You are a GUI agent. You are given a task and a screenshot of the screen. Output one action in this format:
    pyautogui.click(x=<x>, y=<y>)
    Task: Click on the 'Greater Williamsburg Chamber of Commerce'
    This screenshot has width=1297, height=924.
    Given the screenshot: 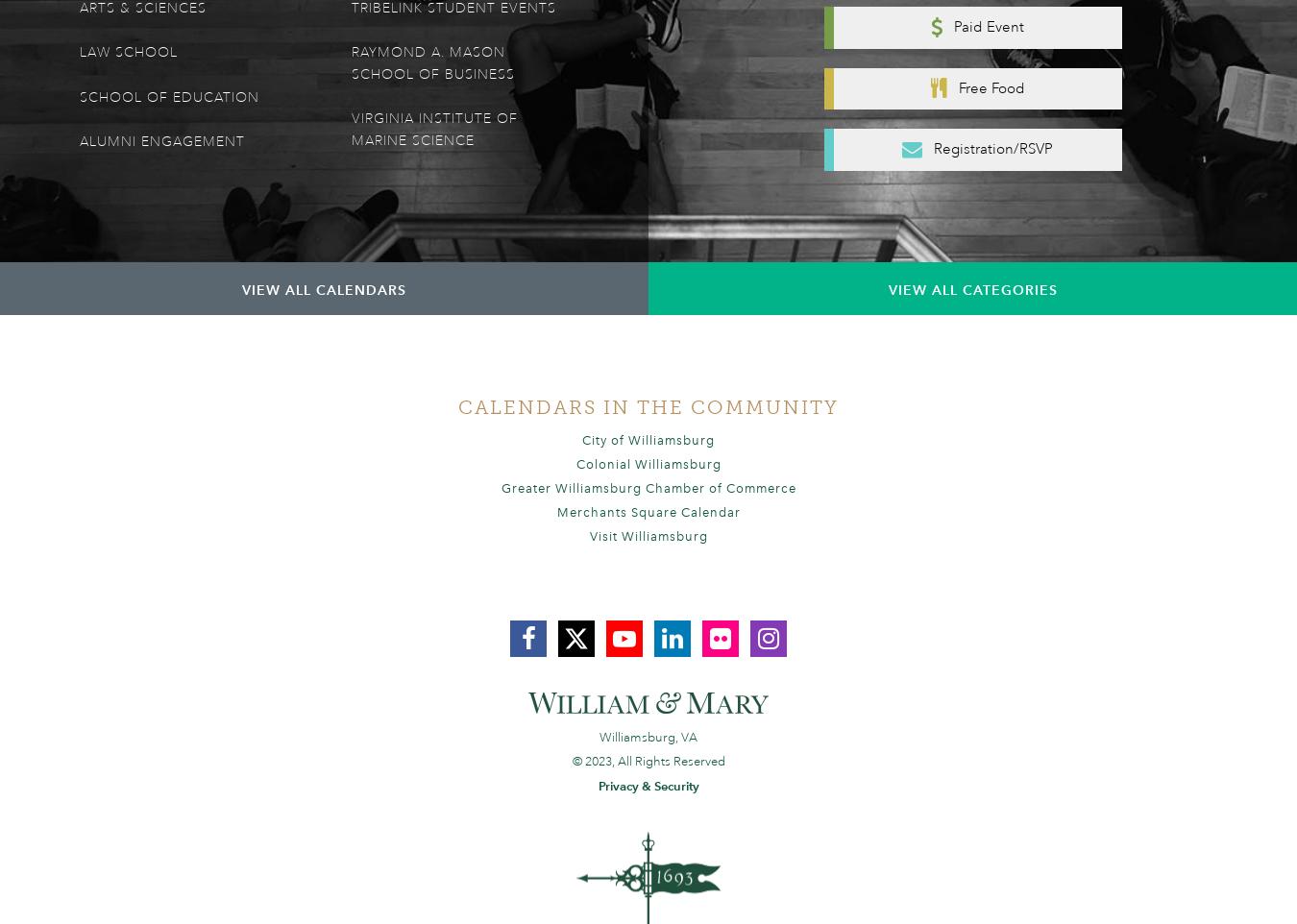 What is the action you would take?
    pyautogui.click(x=648, y=486)
    